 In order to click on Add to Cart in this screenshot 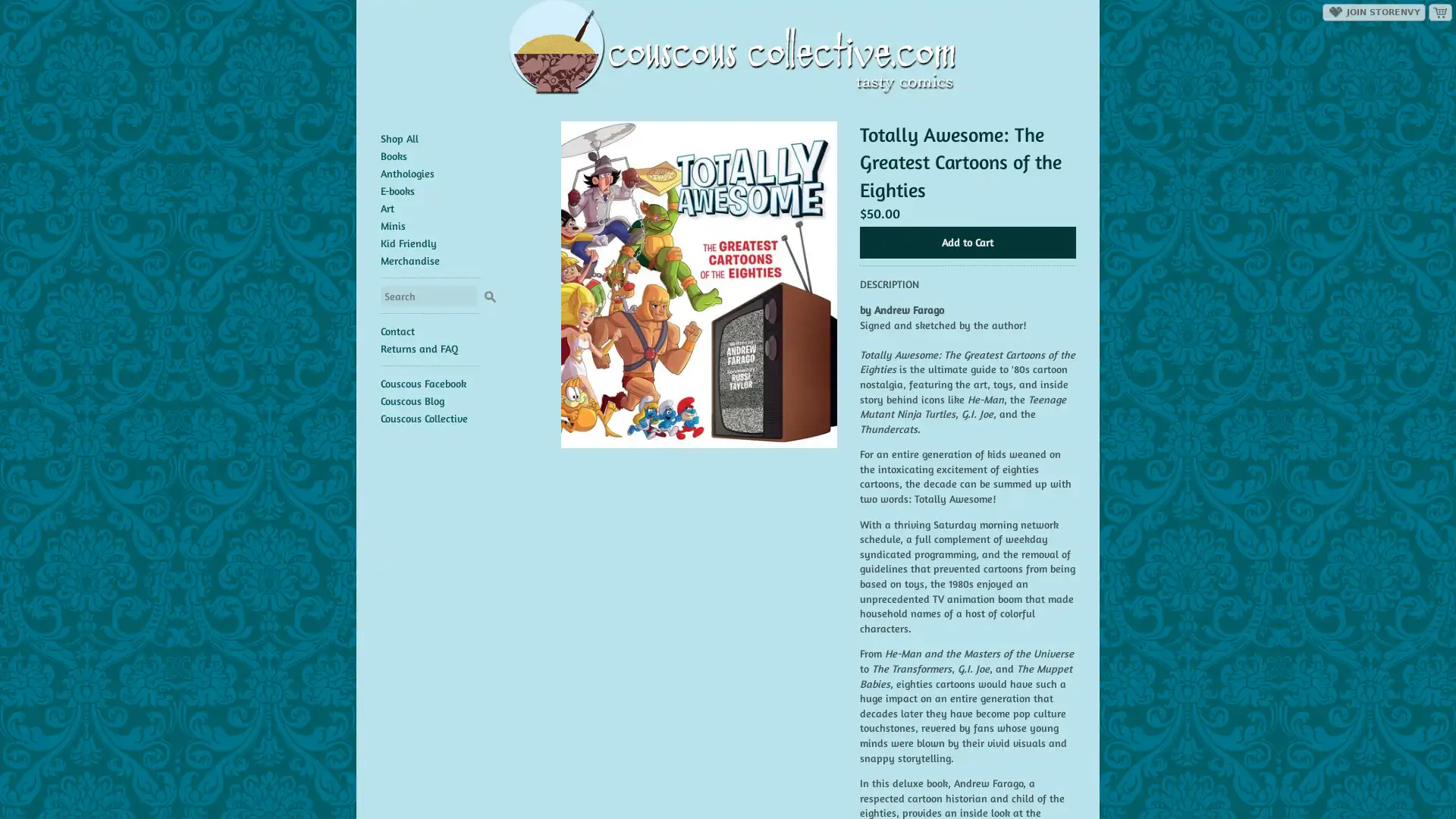, I will do `click(966, 242)`.